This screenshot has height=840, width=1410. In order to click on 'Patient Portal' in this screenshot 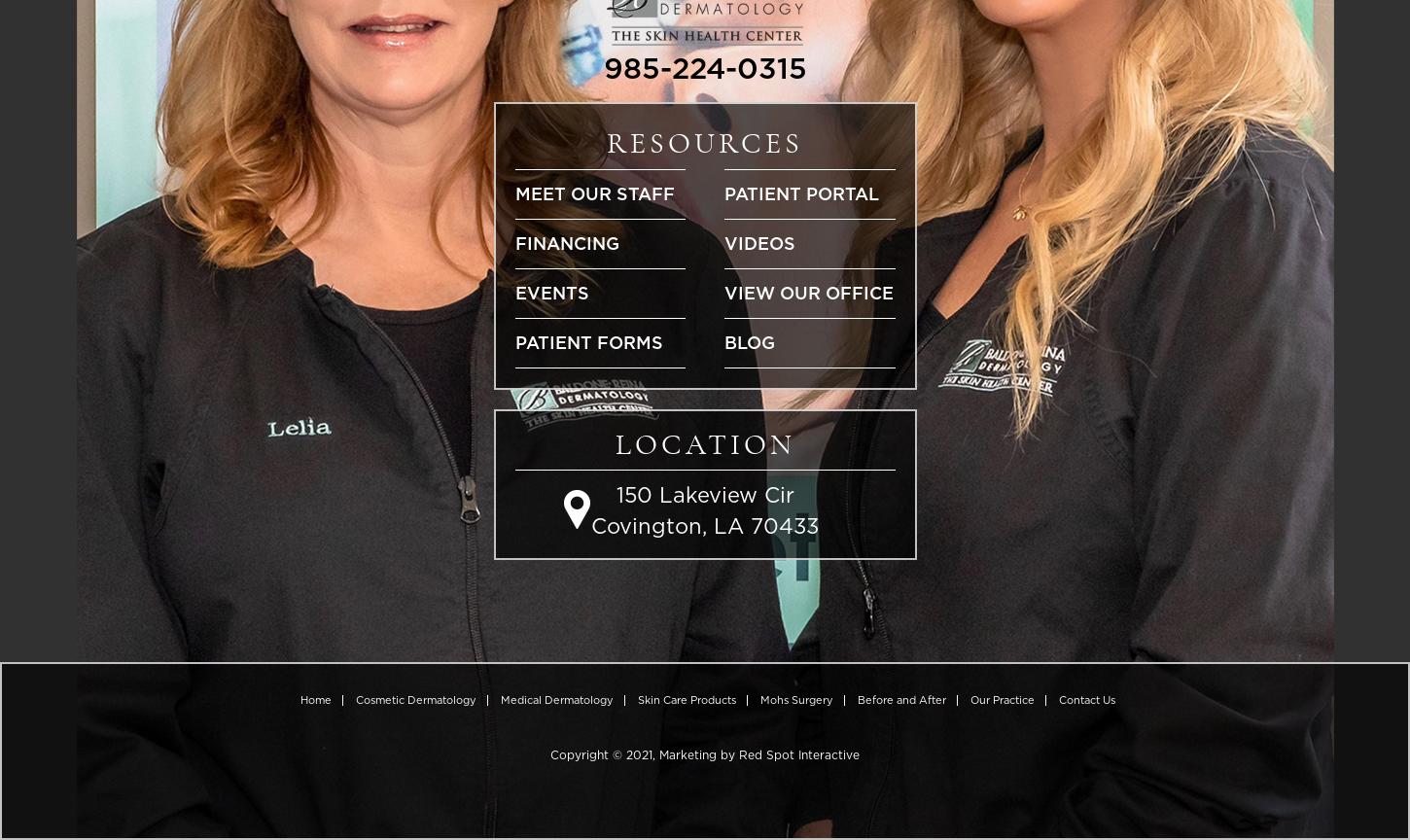, I will do `click(724, 192)`.